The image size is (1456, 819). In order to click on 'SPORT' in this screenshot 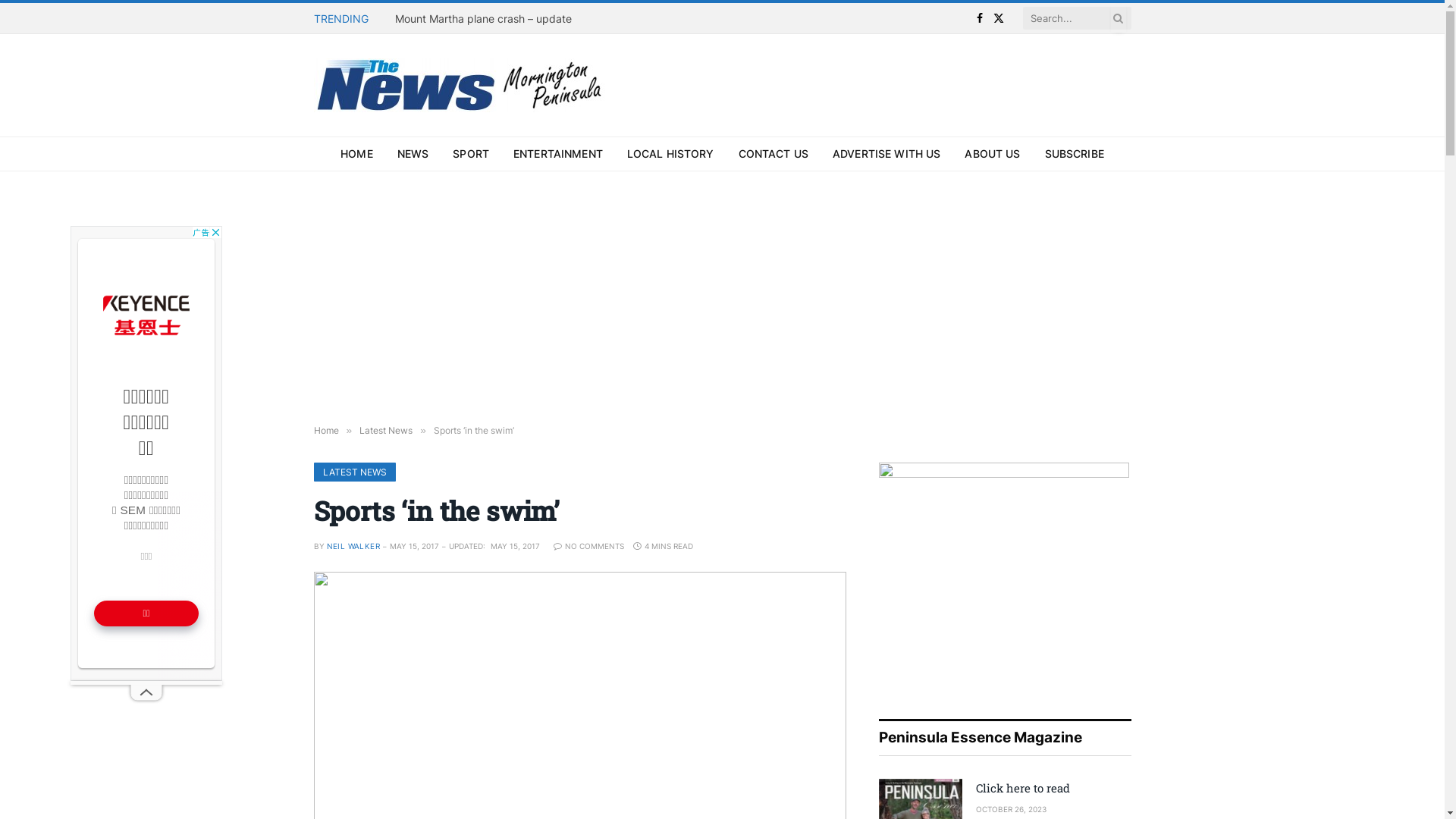, I will do `click(469, 154)`.